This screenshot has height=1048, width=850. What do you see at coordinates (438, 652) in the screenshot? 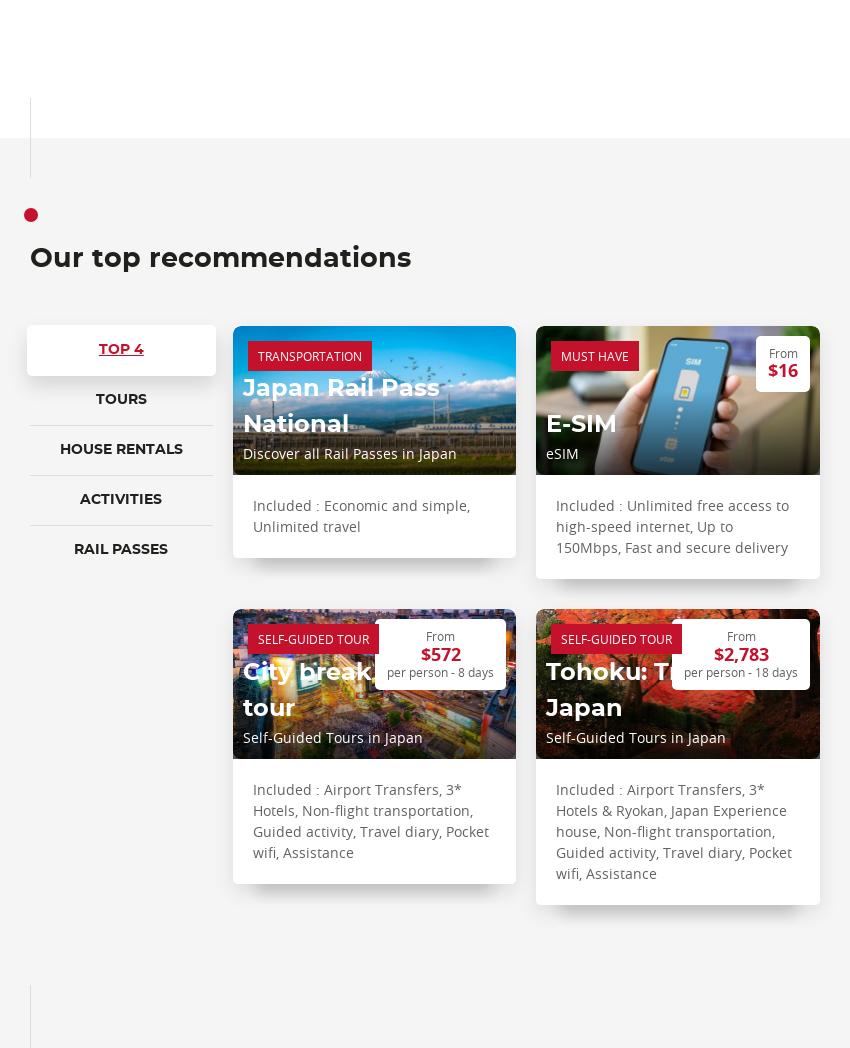
I see `'$572'` at bounding box center [438, 652].